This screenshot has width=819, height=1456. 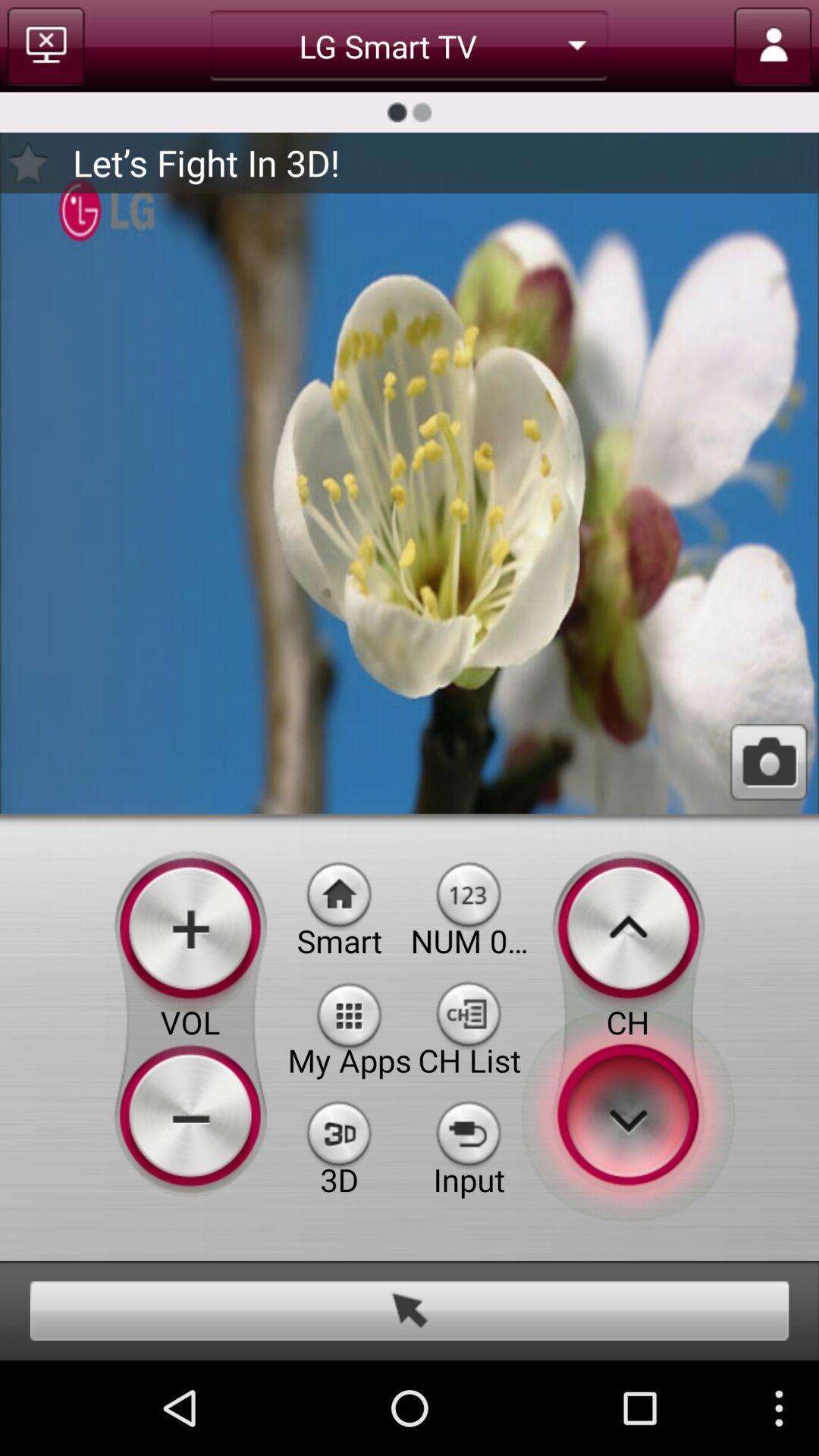 I want to click on the my apps icon, so click(x=350, y=1013).